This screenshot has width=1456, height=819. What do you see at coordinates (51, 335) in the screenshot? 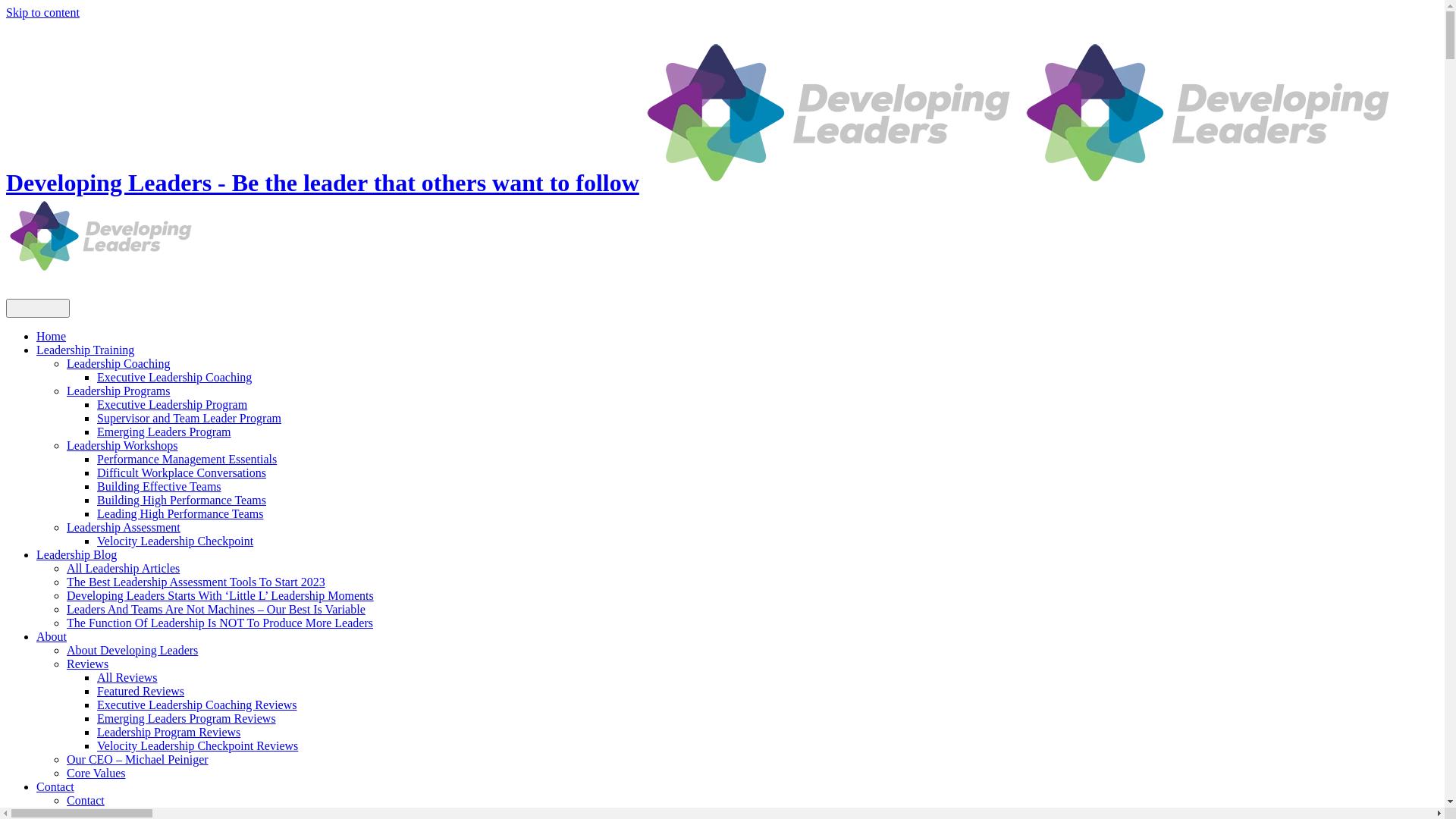
I see `'Home'` at bounding box center [51, 335].